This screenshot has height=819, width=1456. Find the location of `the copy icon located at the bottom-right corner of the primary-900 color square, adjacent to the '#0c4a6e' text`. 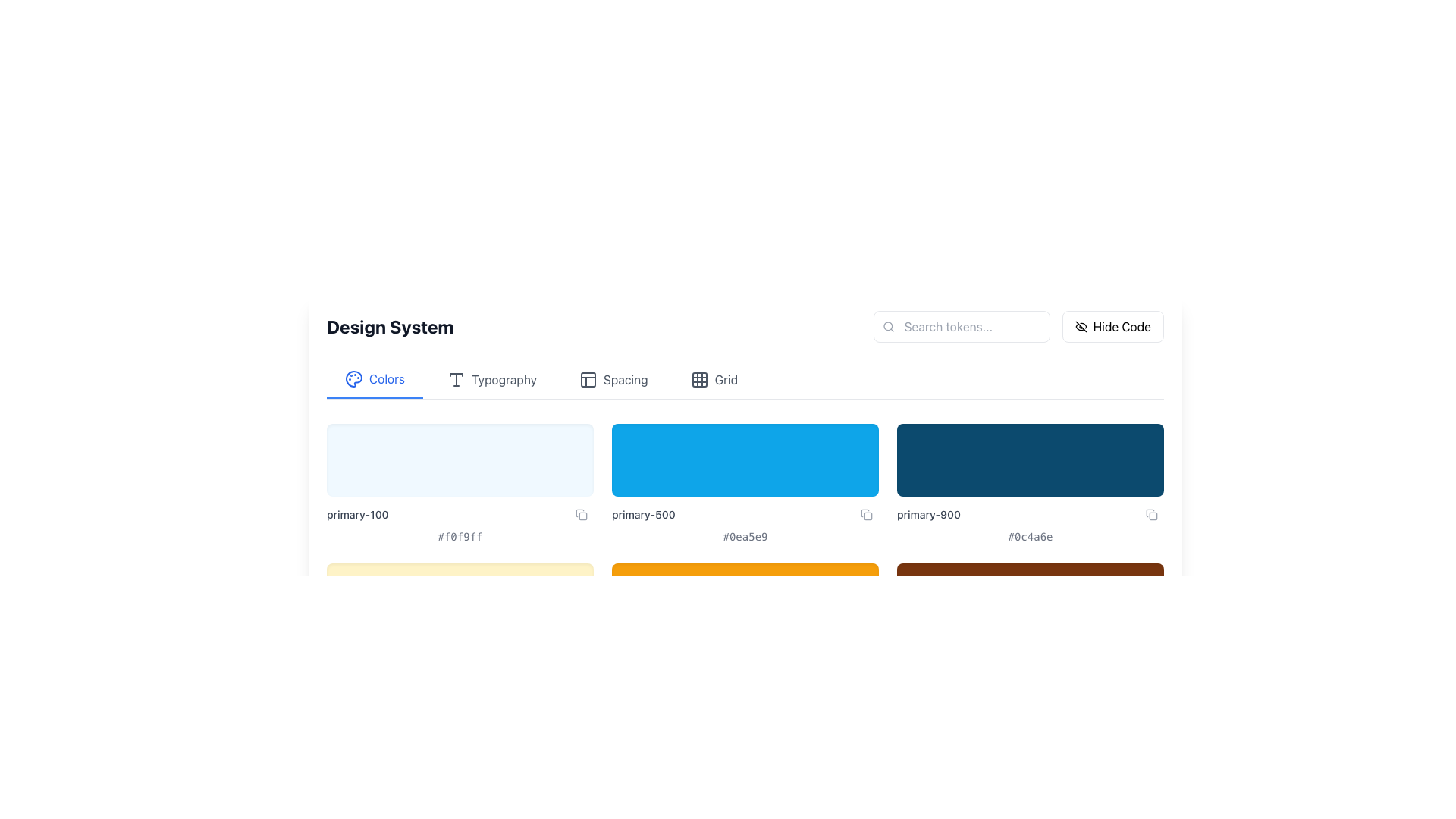

the copy icon located at the bottom-right corner of the primary-900 color square, adjacent to the '#0c4a6e' text is located at coordinates (1151, 513).